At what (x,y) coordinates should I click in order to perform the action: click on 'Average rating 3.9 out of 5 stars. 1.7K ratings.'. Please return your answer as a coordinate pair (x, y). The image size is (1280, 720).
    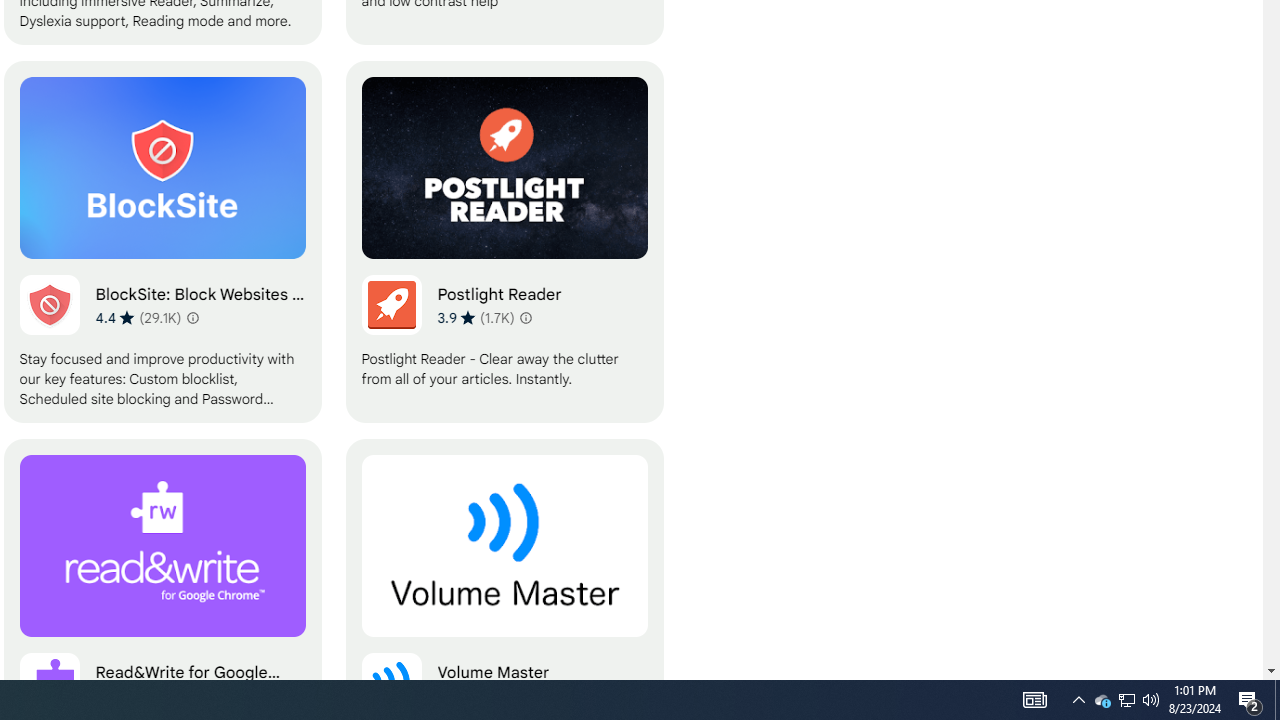
    Looking at the image, I should click on (474, 316).